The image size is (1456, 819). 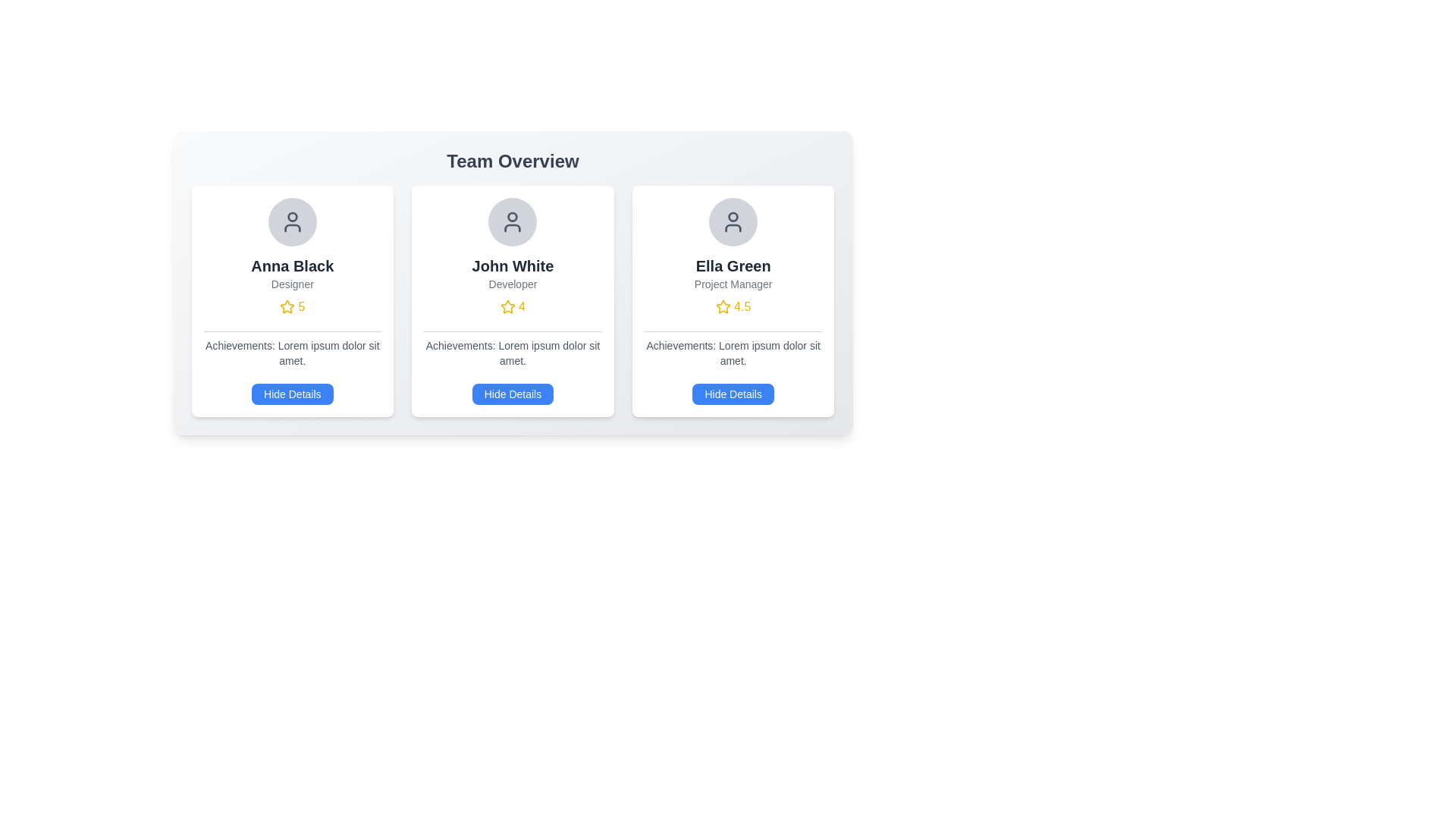 I want to click on the Card component displaying a user's profile information, which is the second item in a grid under 'Team Overview', so click(x=513, y=301).